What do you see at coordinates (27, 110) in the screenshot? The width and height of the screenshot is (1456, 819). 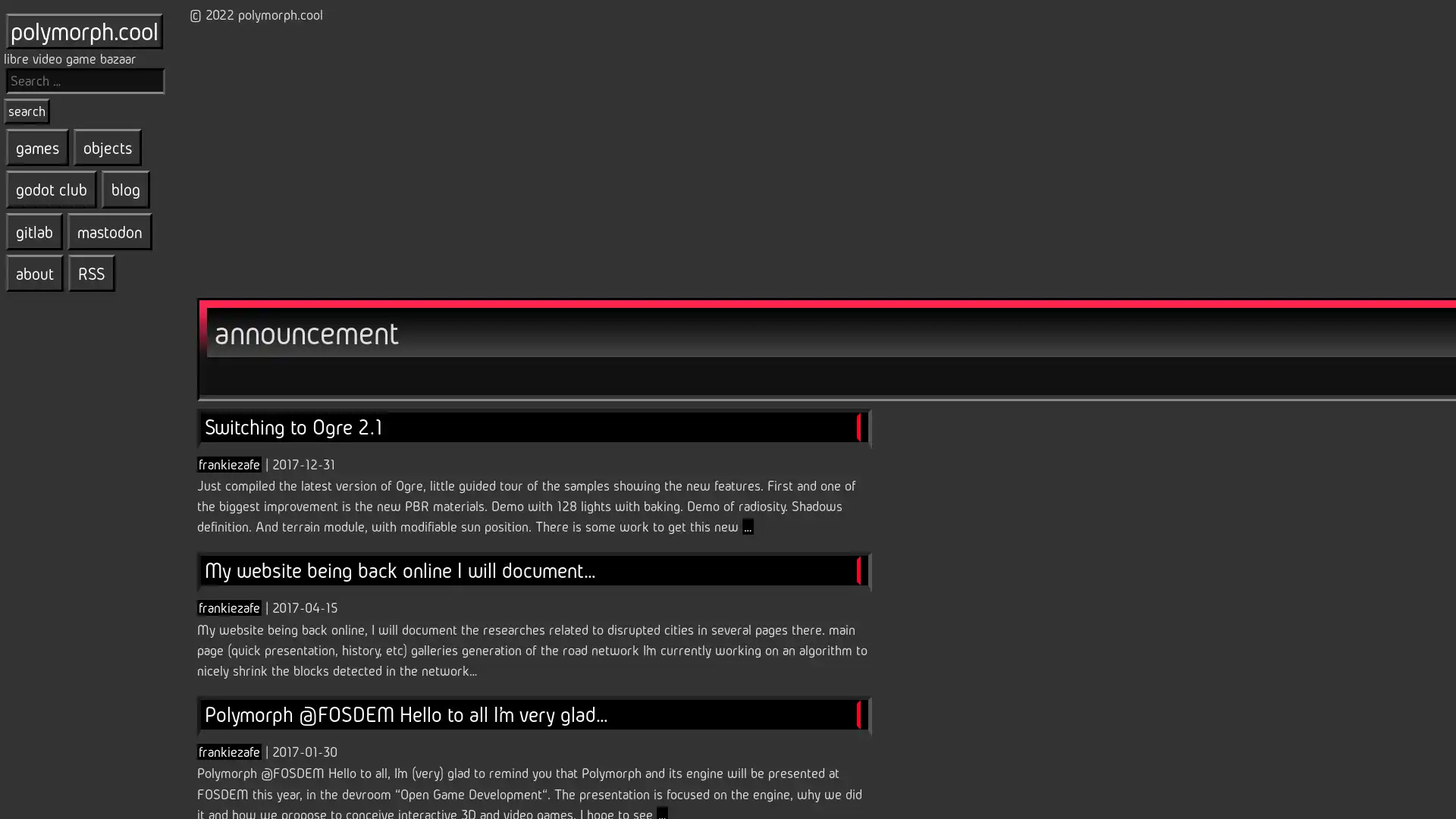 I see `Search` at bounding box center [27, 110].